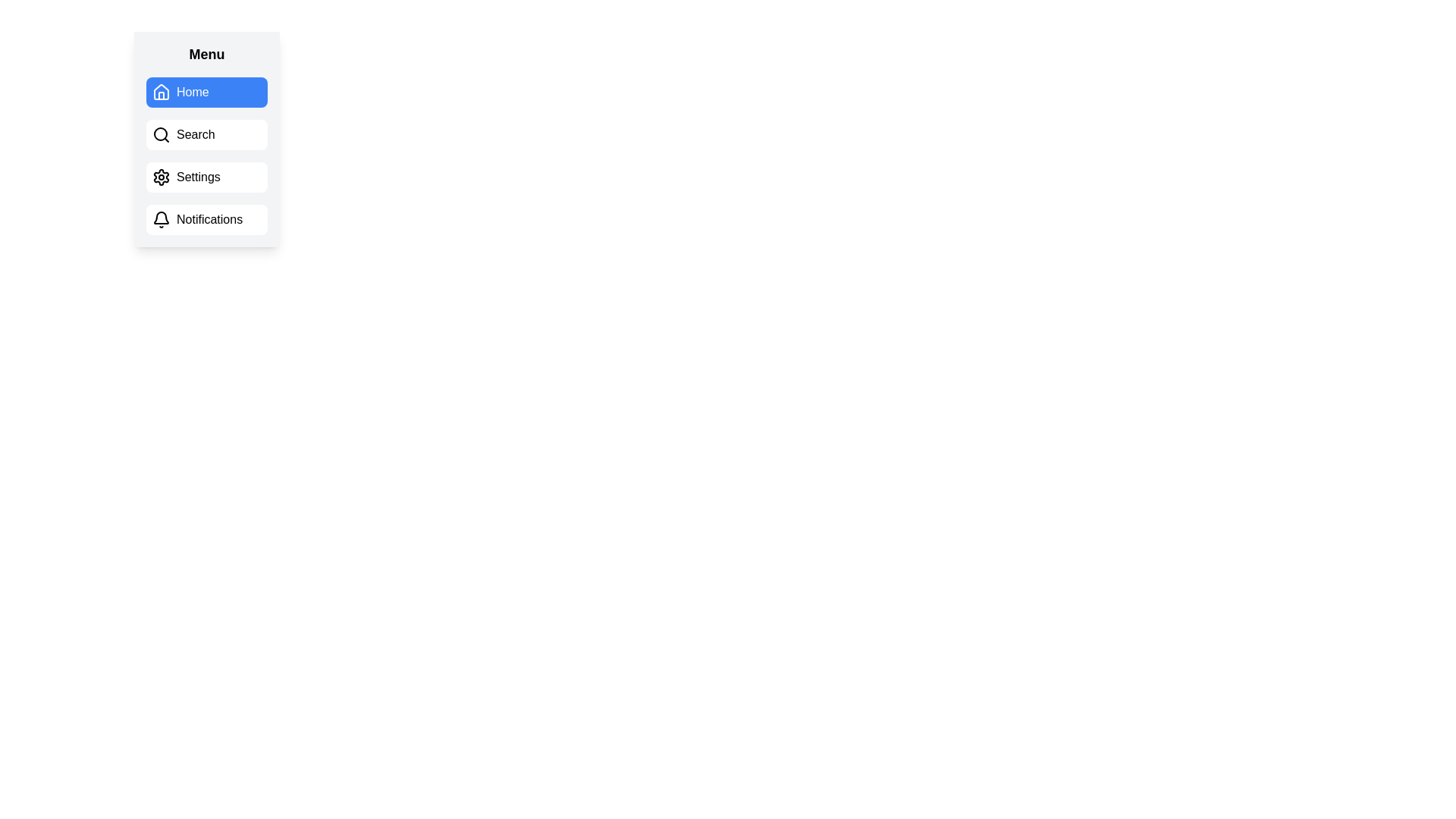  I want to click on the settings button located beneath the 'Menu' header, which is the third item in the vertical list, so click(206, 177).